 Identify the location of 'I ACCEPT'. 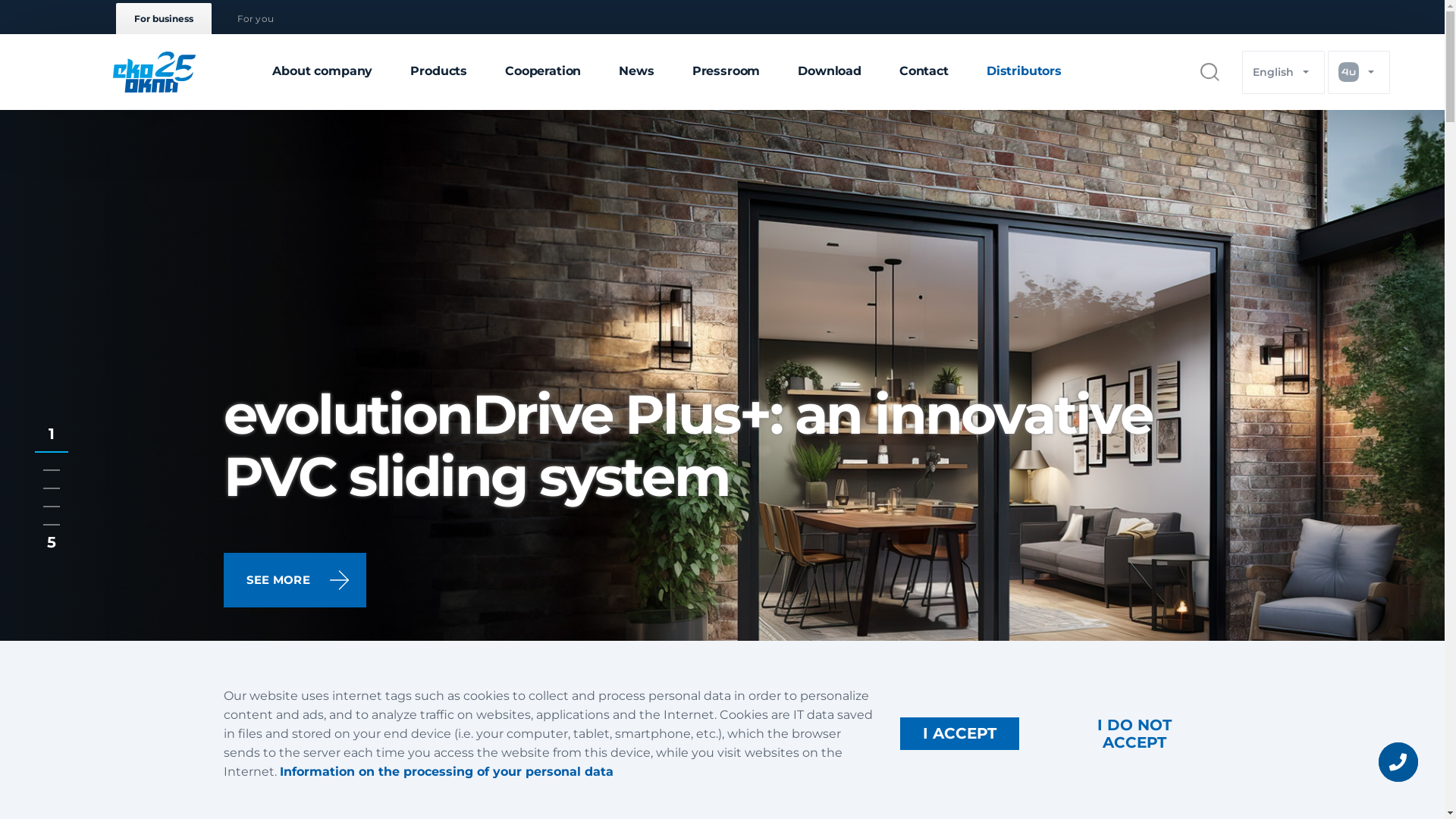
(959, 733).